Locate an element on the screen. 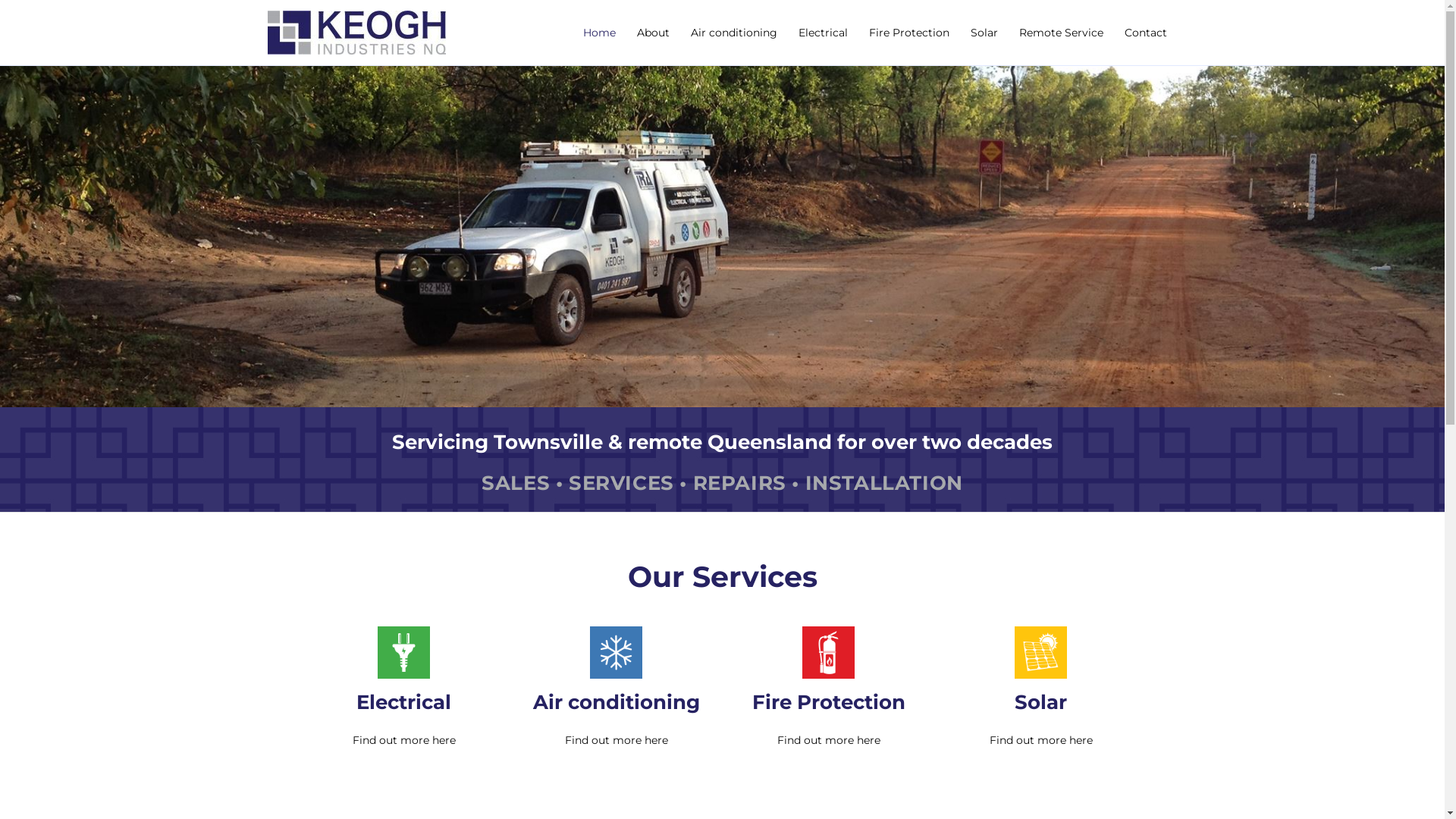 The width and height of the screenshot is (1456, 819). 'Solar' is located at coordinates (1015, 701).